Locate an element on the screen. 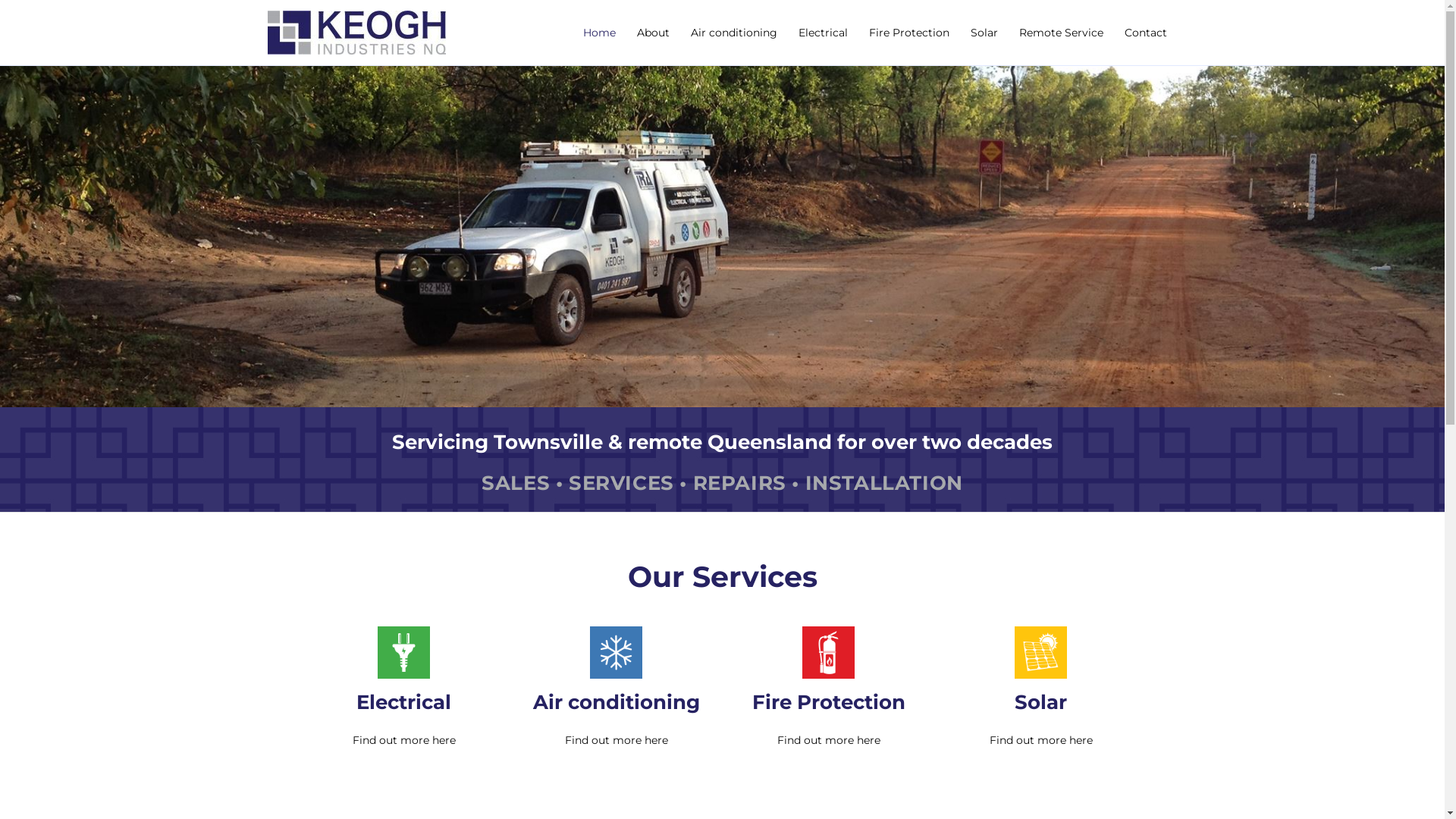 The width and height of the screenshot is (1456, 819). 'Solar' is located at coordinates (1015, 701).